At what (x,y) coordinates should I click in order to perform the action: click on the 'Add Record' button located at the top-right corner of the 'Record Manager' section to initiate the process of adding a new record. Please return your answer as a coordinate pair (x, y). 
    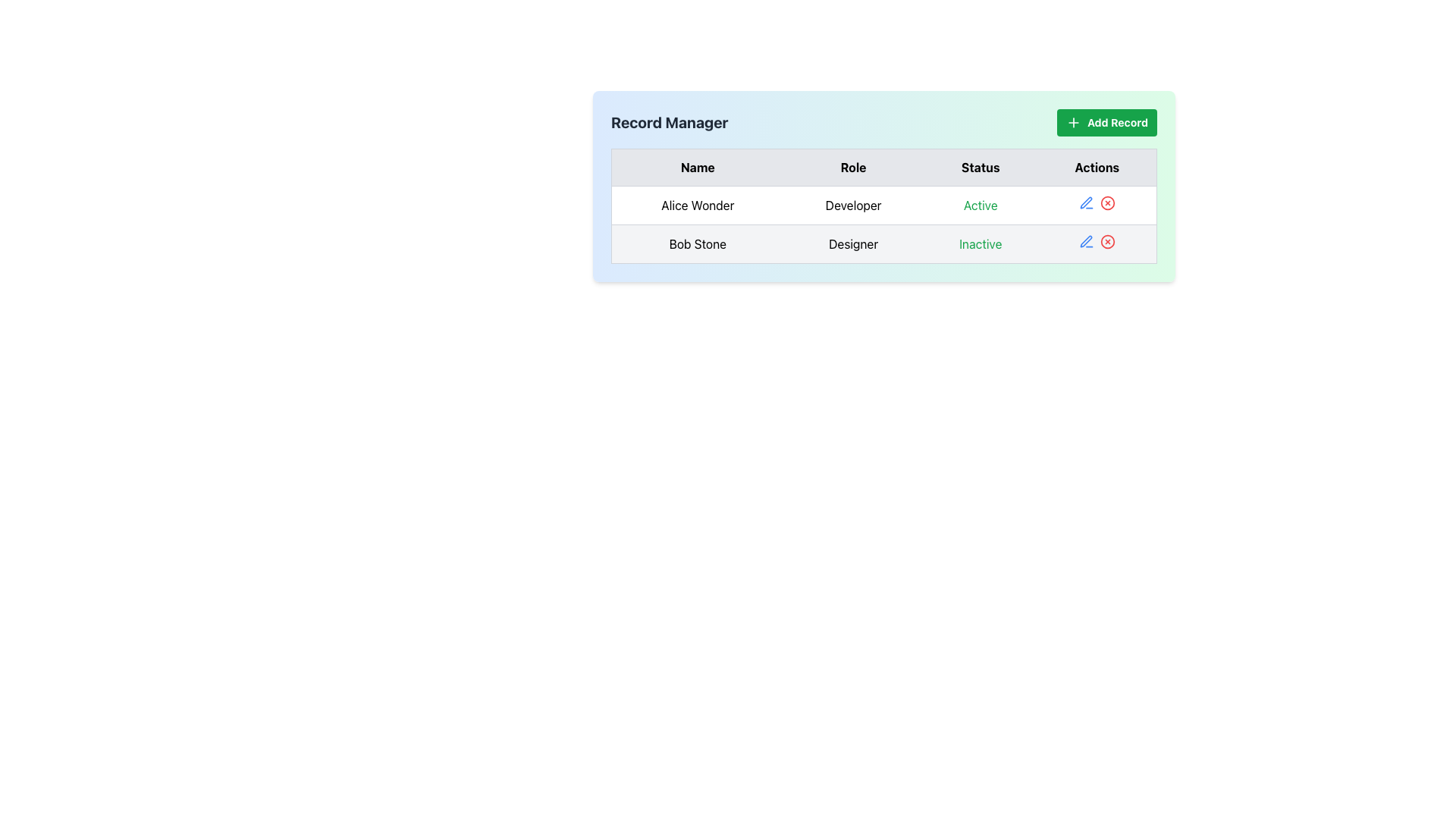
    Looking at the image, I should click on (1106, 122).